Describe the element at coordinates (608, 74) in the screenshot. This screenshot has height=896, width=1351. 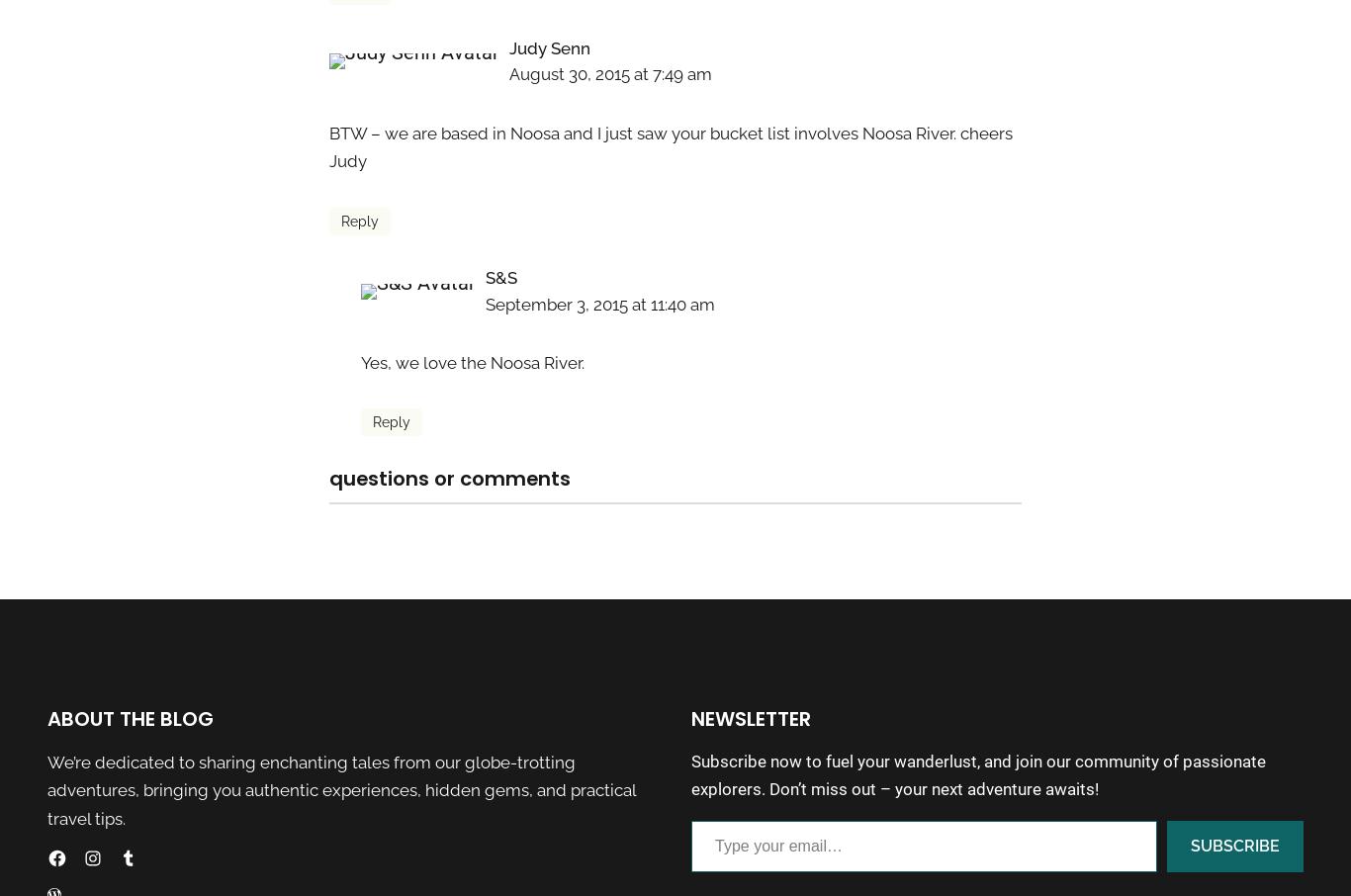
I see `'August 30, 2015 at 7:49 am'` at that location.